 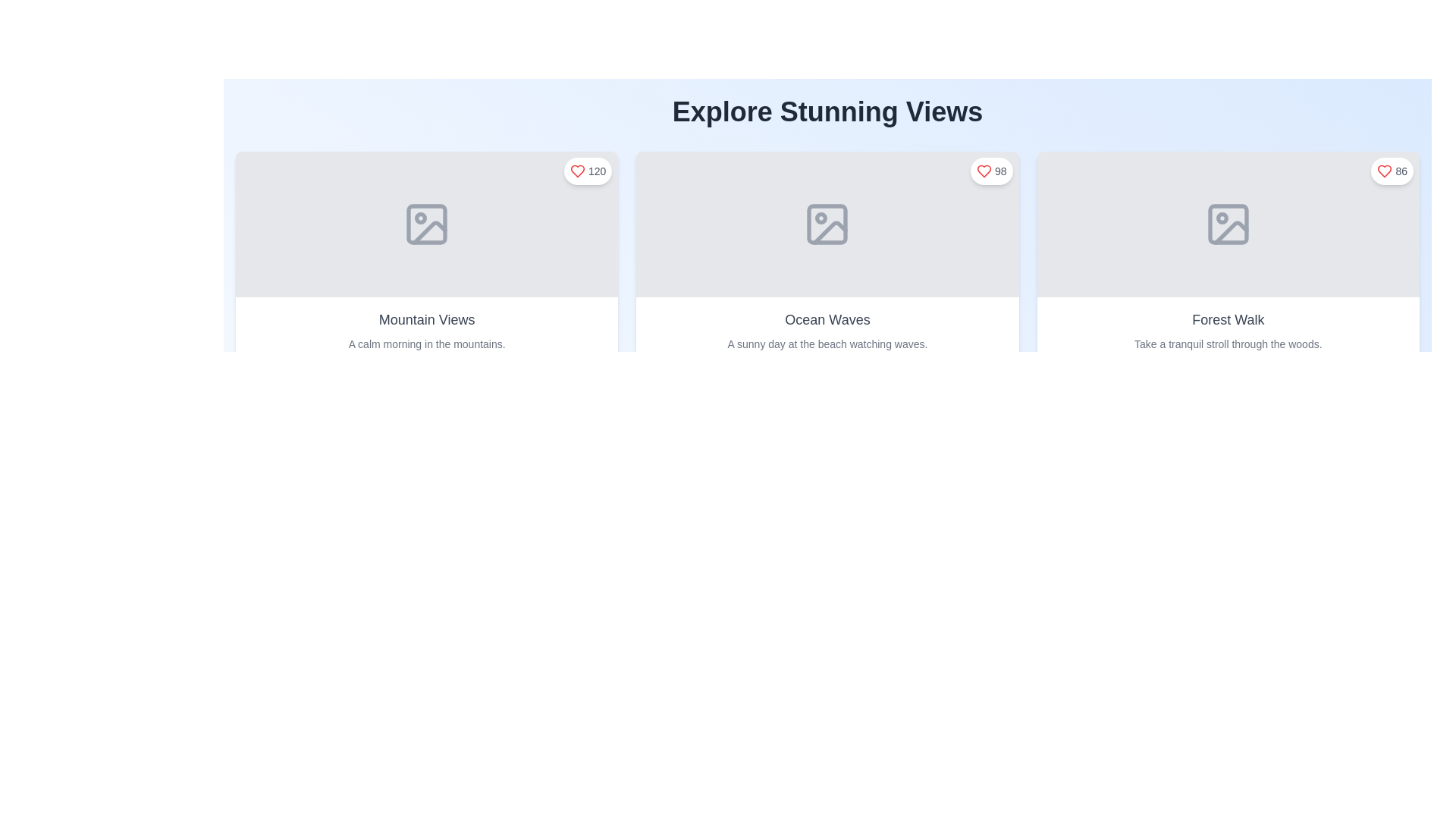 I want to click on the static text label displaying 'Ocean Waves' in a large, bold font style and dark gray color, which is prominently positioned within a card layout above the descriptive text, so click(x=827, y=318).